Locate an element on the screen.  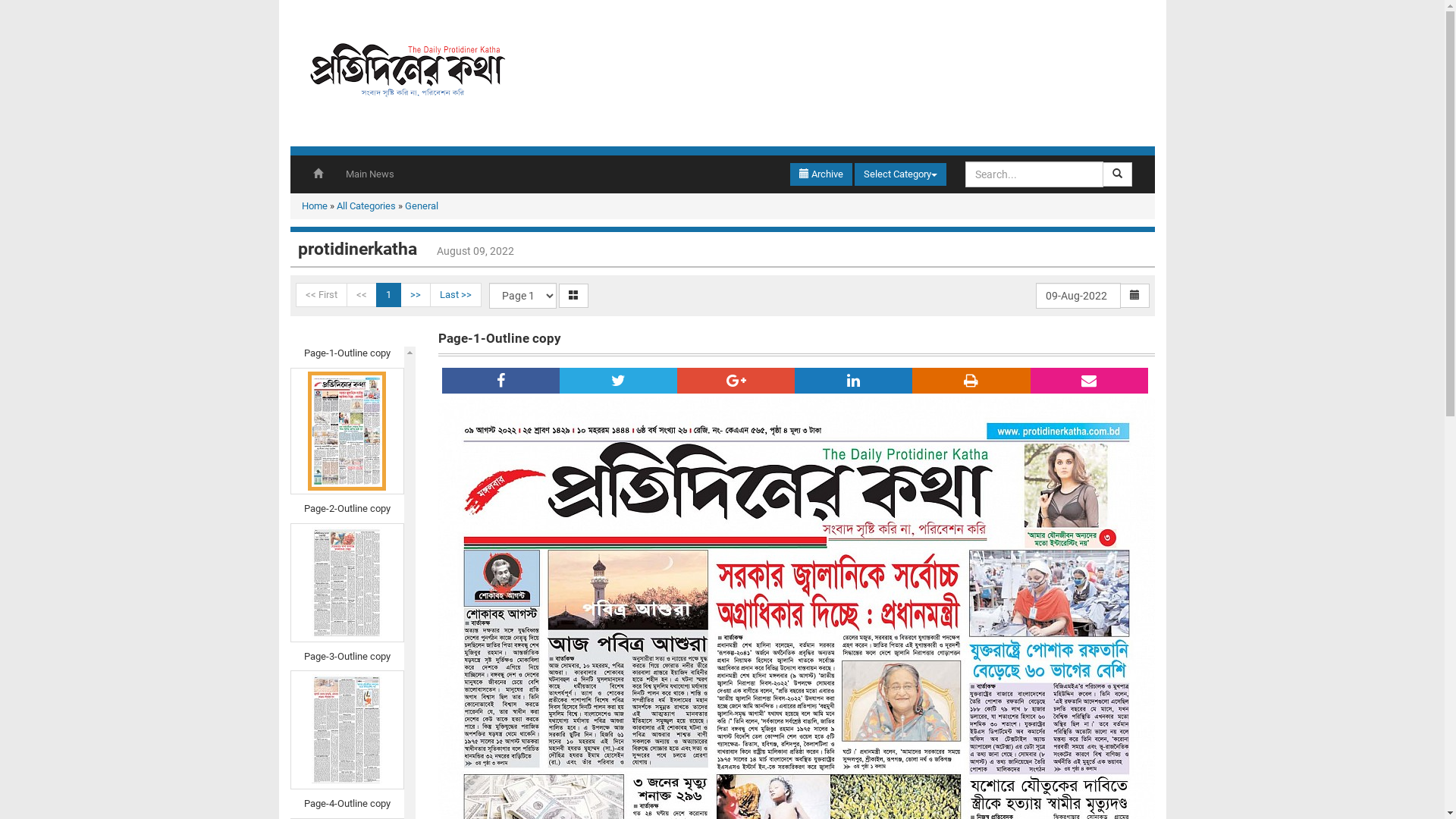
'Select Category' is located at coordinates (854, 174).